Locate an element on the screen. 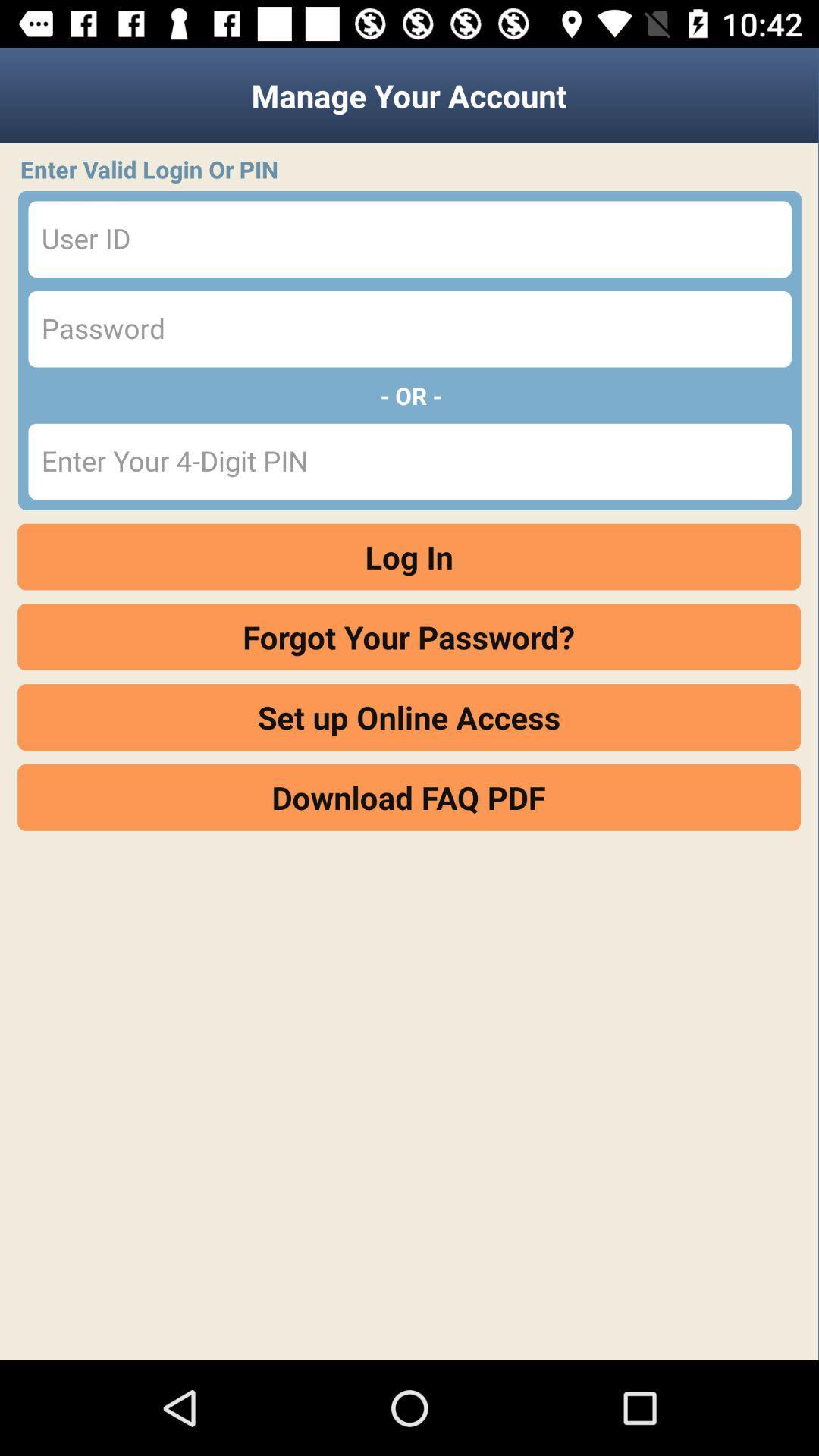 This screenshot has width=819, height=1456. user id is located at coordinates (409, 238).